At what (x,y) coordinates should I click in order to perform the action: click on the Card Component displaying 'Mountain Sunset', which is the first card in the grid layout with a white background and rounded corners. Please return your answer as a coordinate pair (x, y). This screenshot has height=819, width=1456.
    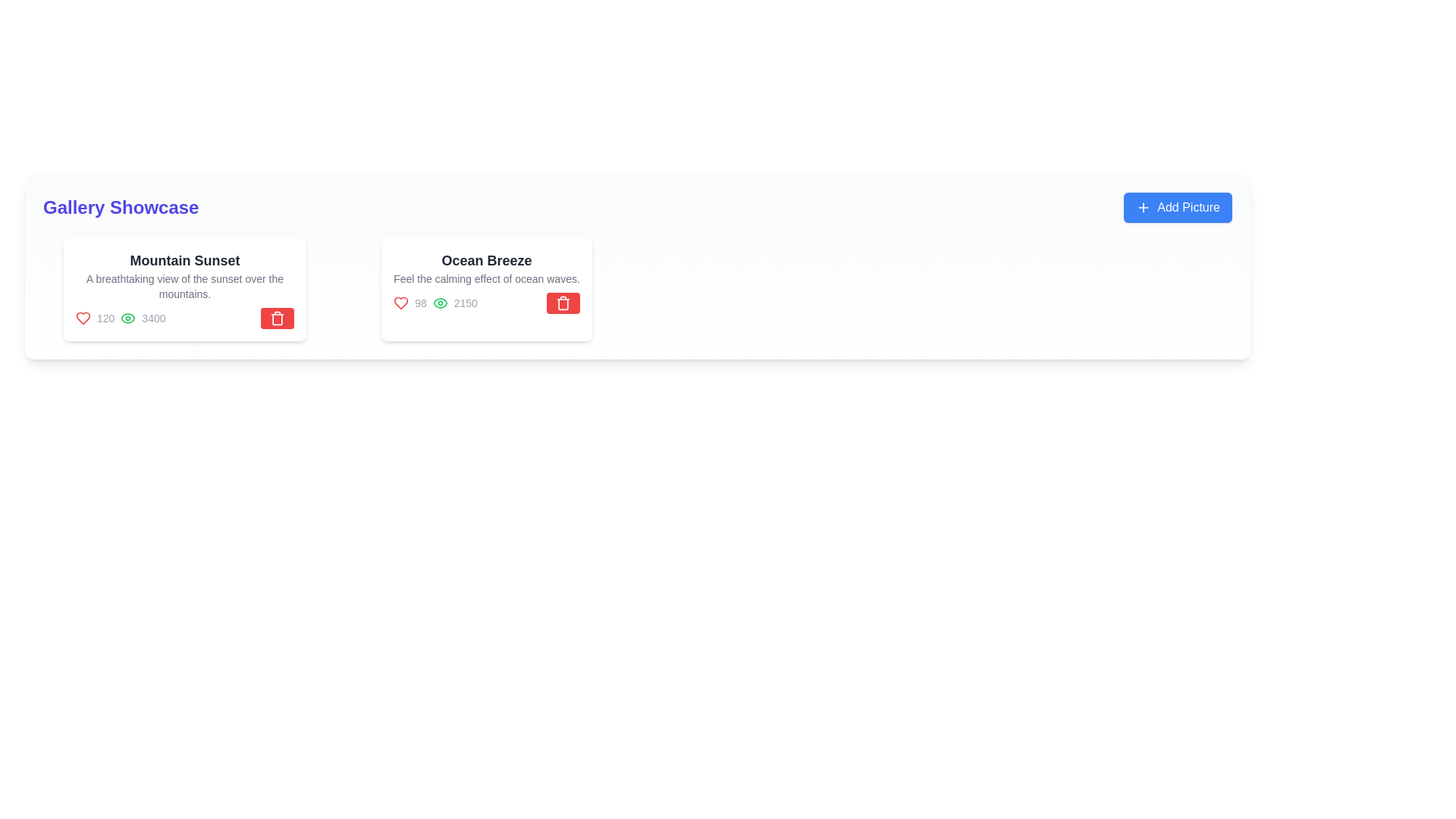
    Looking at the image, I should click on (184, 289).